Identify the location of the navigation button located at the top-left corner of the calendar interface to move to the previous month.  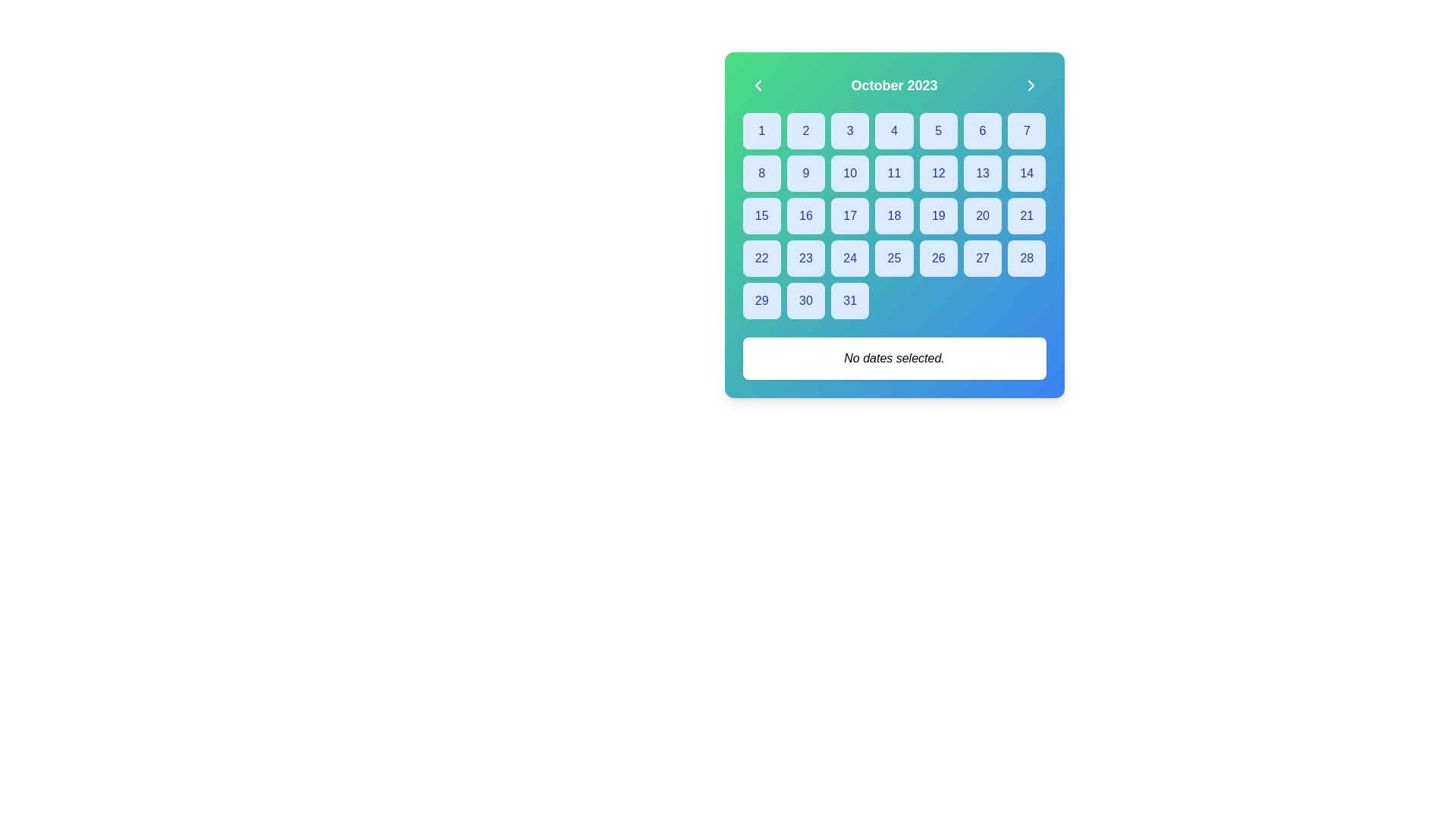
(758, 85).